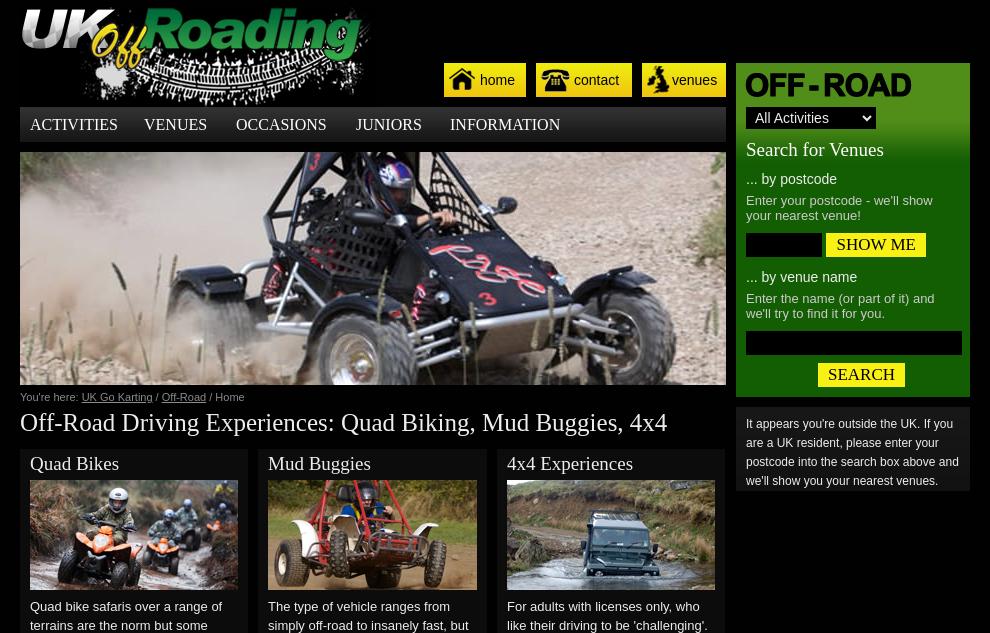  I want to click on '... by postcode', so click(791, 179).